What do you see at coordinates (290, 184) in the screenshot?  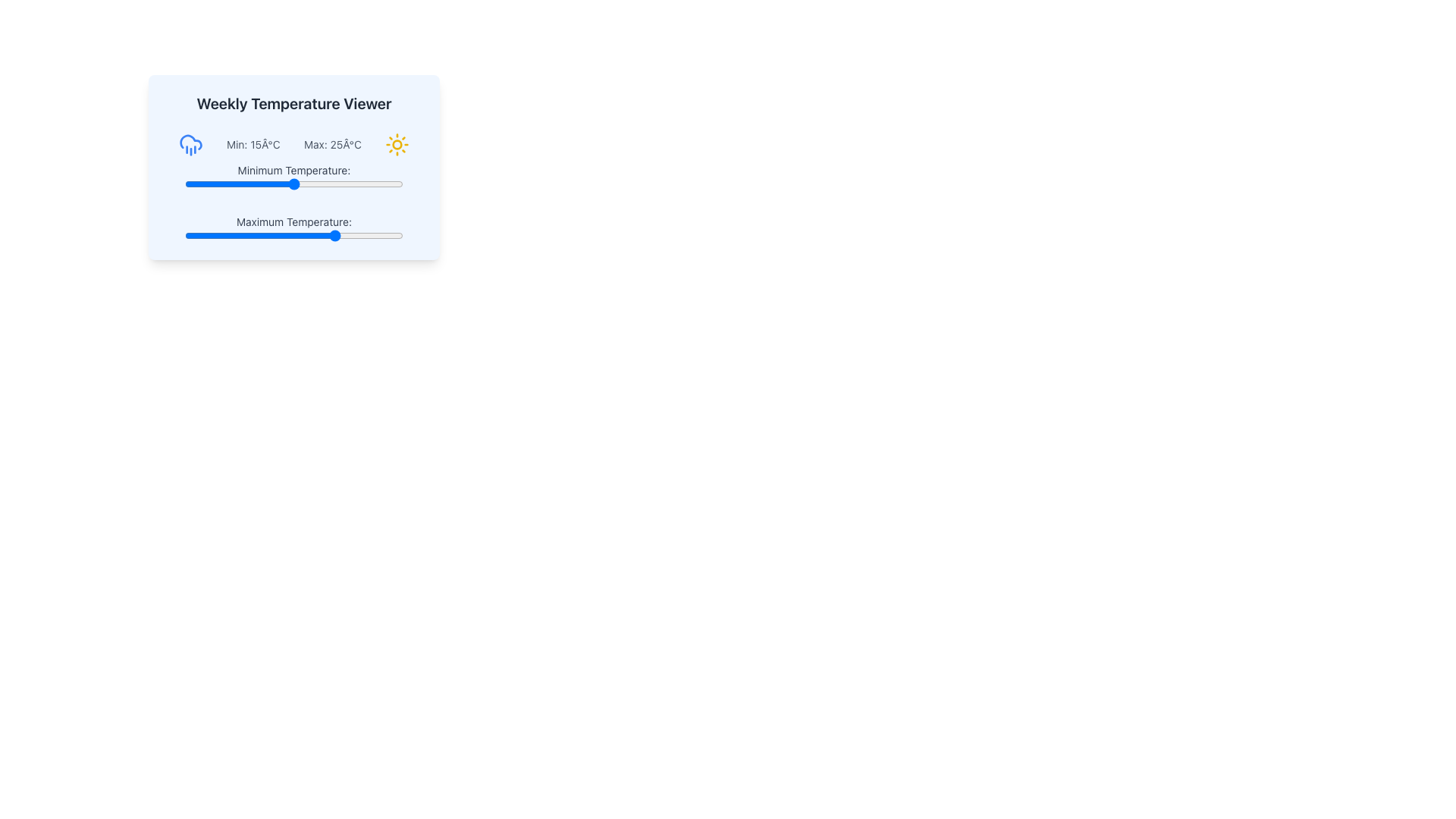 I see `the minimum temperature` at bounding box center [290, 184].